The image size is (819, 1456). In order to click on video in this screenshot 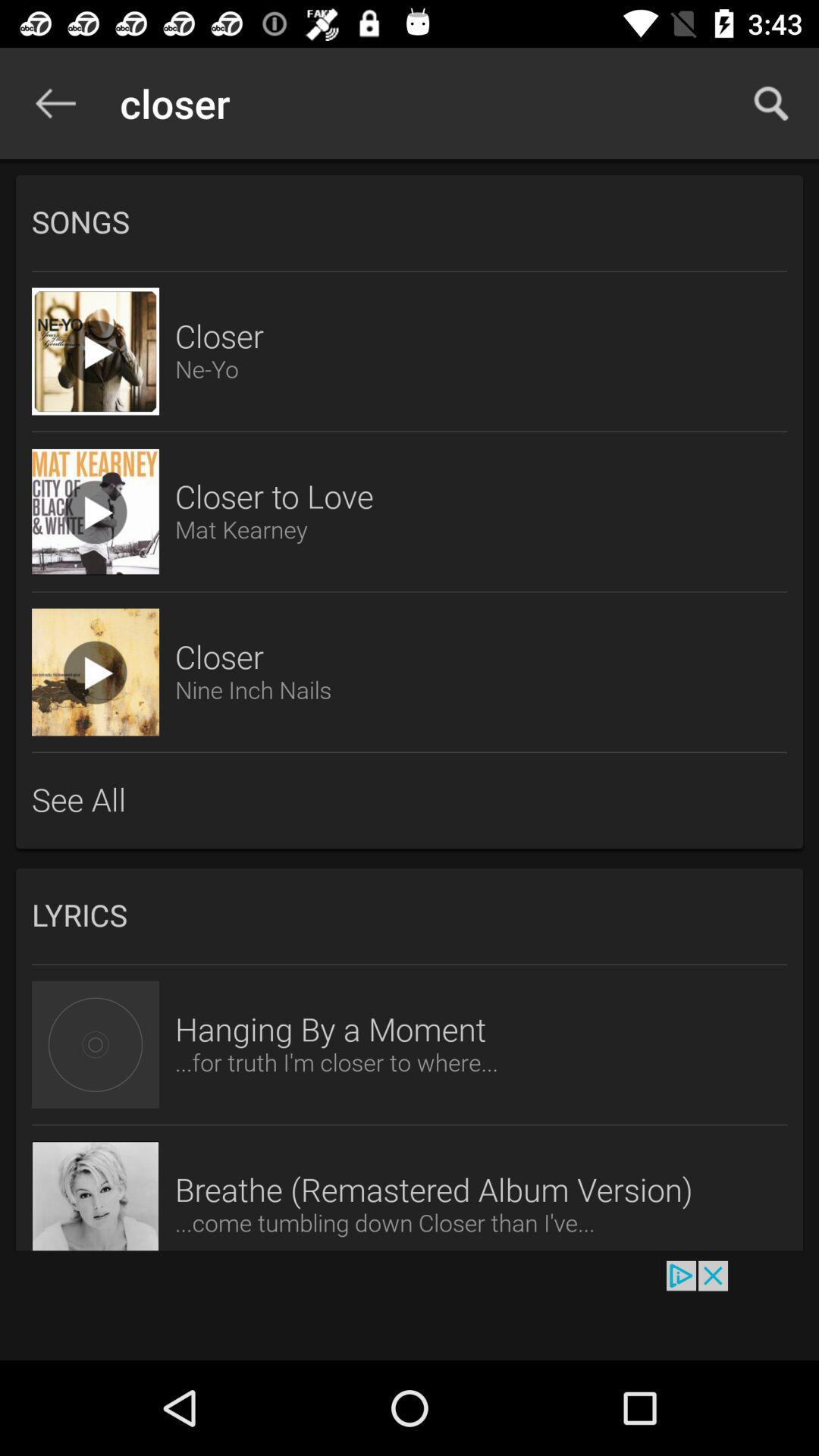, I will do `click(96, 512)`.